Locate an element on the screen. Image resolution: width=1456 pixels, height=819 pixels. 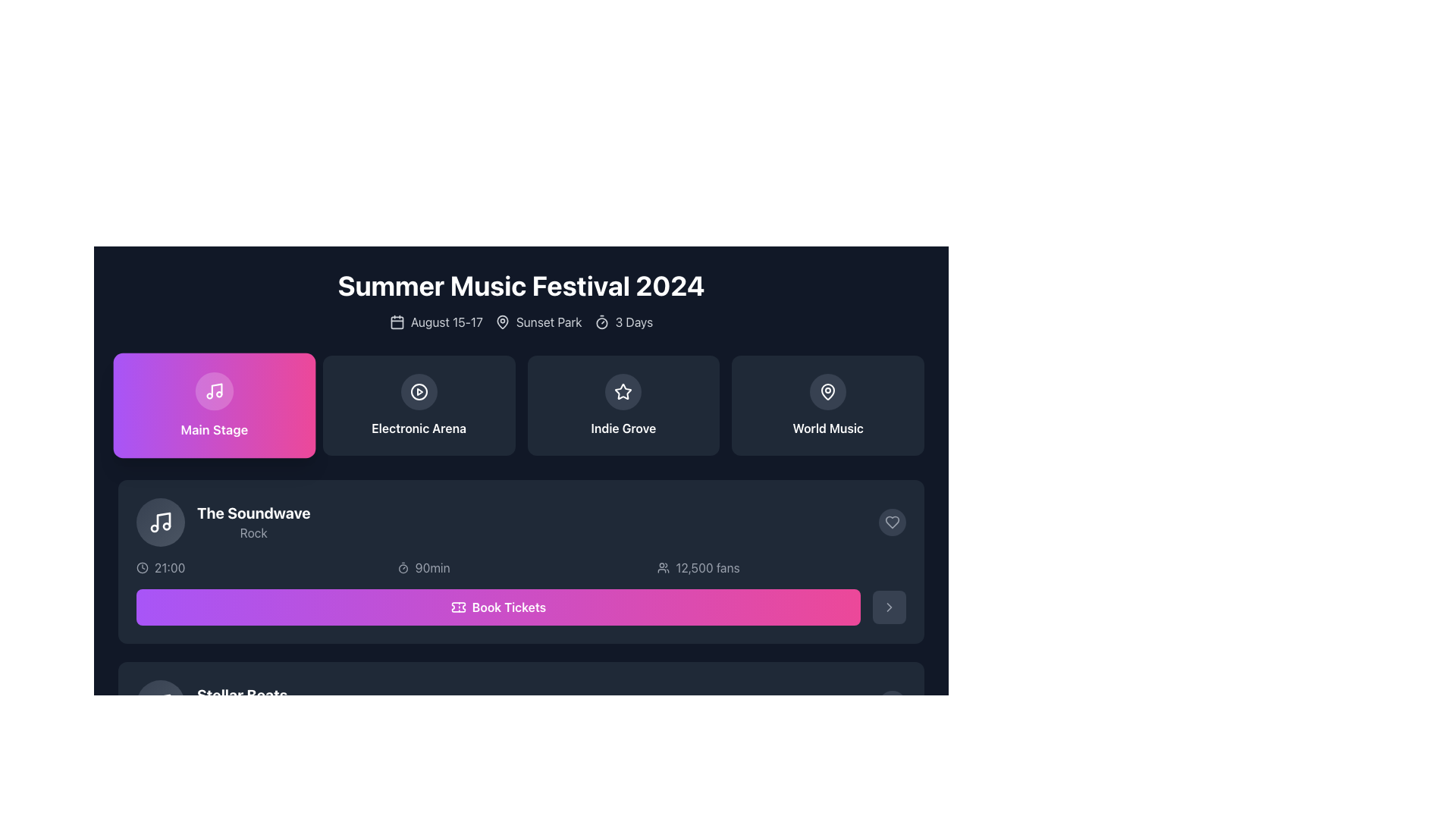
the button for booking tickets located below the text 'The Soundwave' and to the left of a smaller circular button with an arrow is located at coordinates (498, 607).